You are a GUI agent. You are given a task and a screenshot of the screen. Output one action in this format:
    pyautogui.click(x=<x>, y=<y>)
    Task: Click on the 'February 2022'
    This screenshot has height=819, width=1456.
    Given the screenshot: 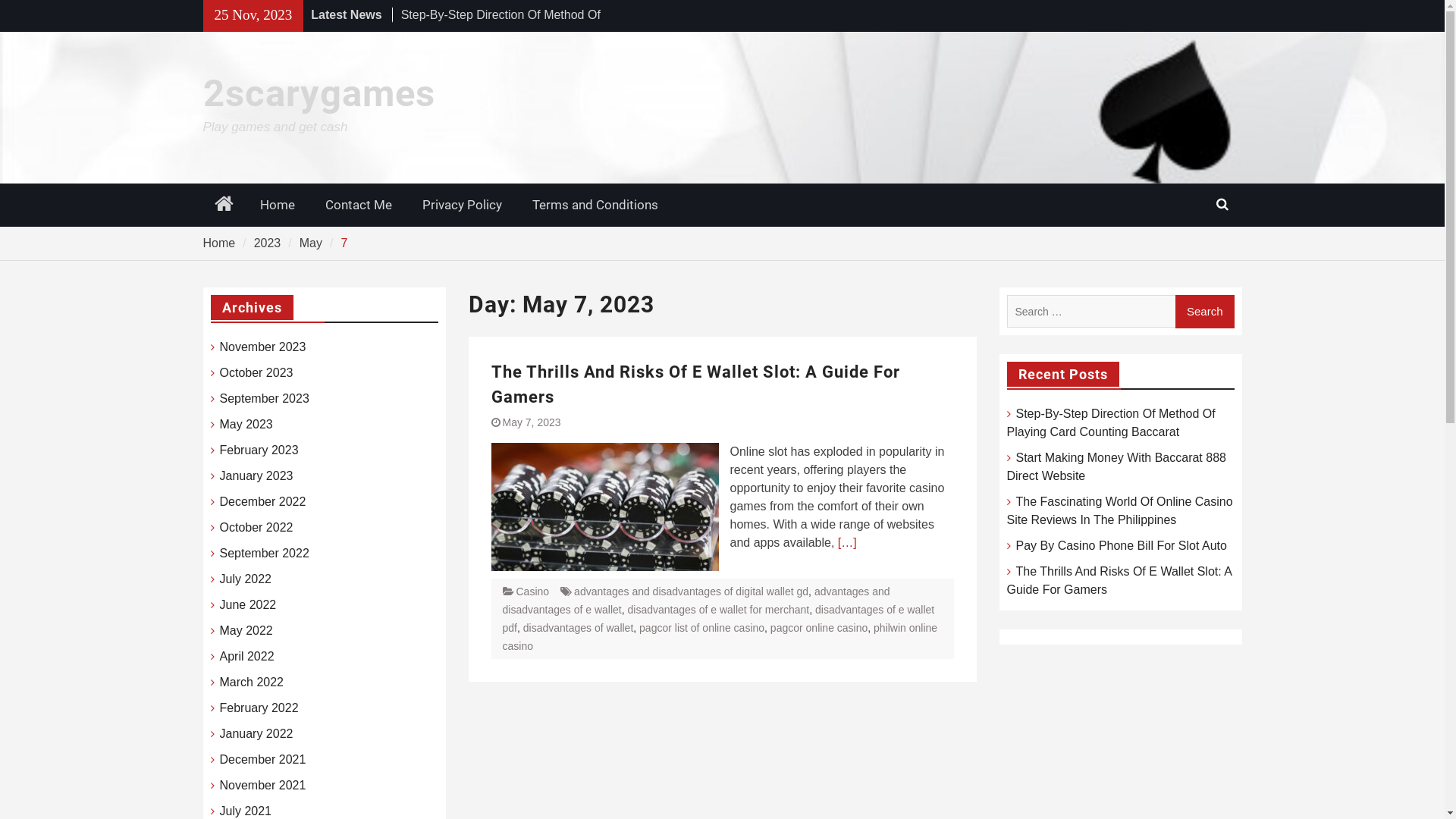 What is the action you would take?
    pyautogui.click(x=259, y=708)
    